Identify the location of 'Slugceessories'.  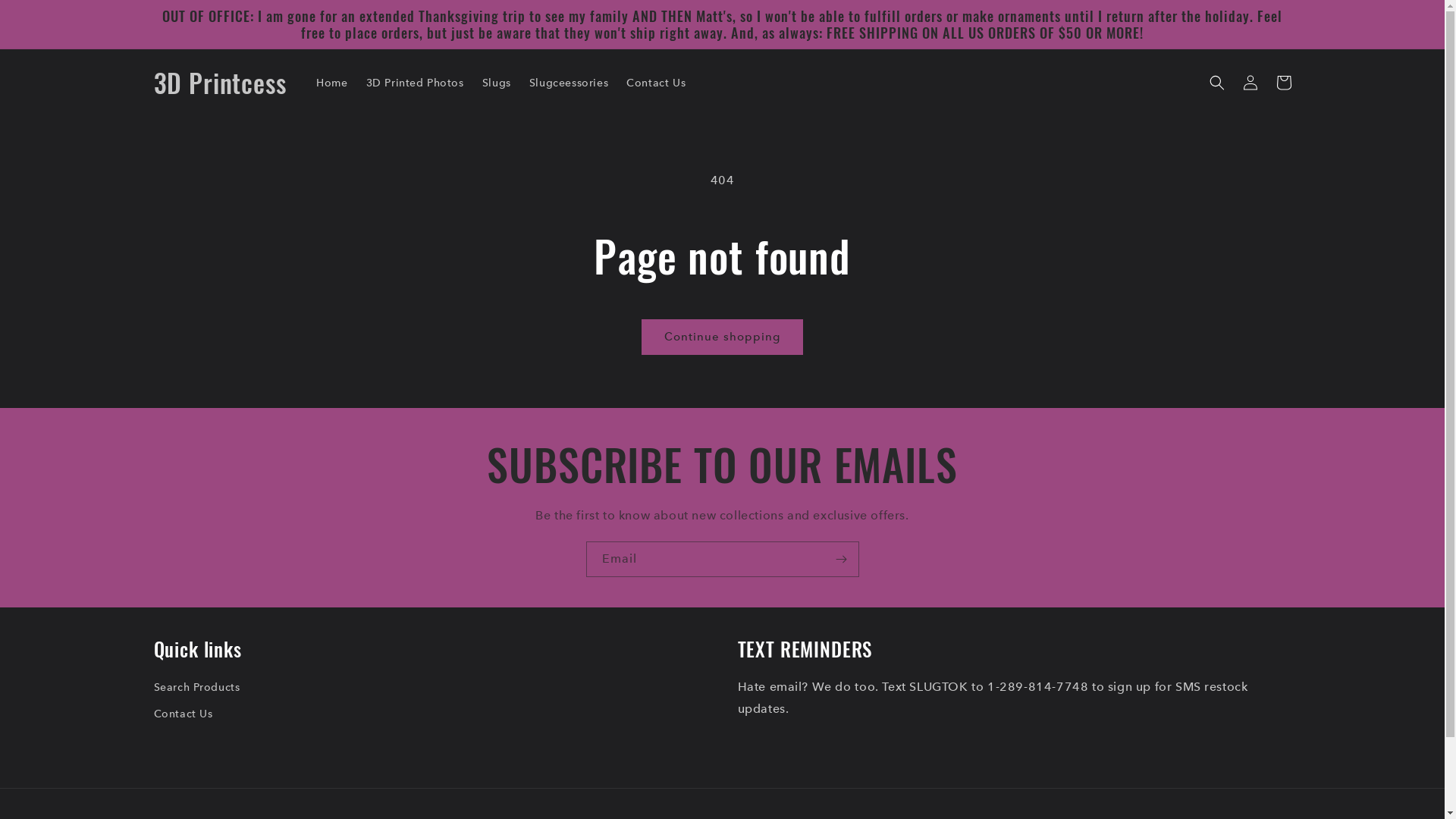
(520, 82).